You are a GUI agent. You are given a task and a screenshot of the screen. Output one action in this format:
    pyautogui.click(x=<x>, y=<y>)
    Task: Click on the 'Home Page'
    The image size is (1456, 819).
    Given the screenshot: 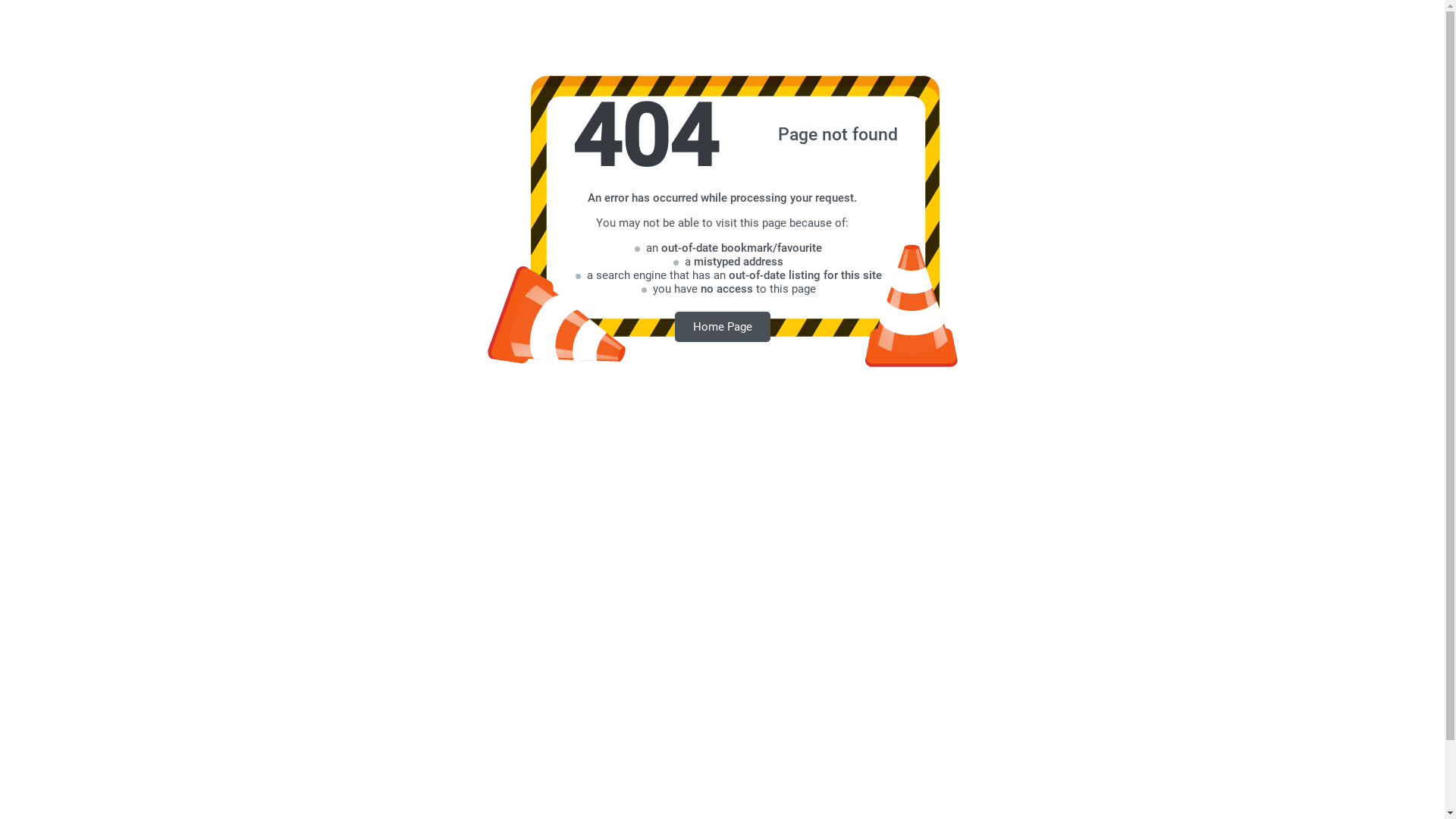 What is the action you would take?
    pyautogui.click(x=722, y=325)
    